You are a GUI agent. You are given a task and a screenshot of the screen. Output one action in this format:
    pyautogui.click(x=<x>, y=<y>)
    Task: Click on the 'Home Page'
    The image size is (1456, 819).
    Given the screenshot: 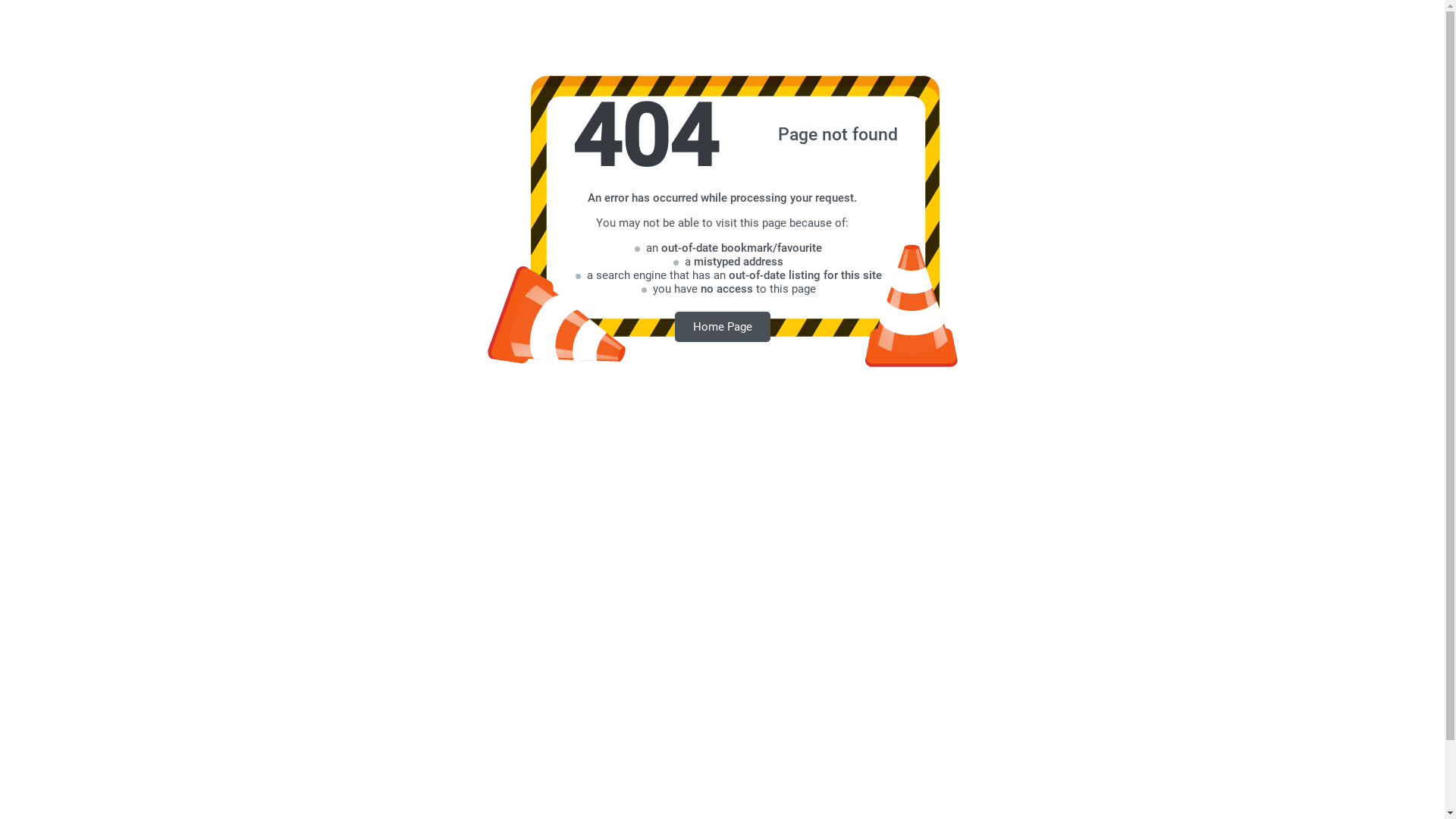 What is the action you would take?
    pyautogui.click(x=722, y=325)
    